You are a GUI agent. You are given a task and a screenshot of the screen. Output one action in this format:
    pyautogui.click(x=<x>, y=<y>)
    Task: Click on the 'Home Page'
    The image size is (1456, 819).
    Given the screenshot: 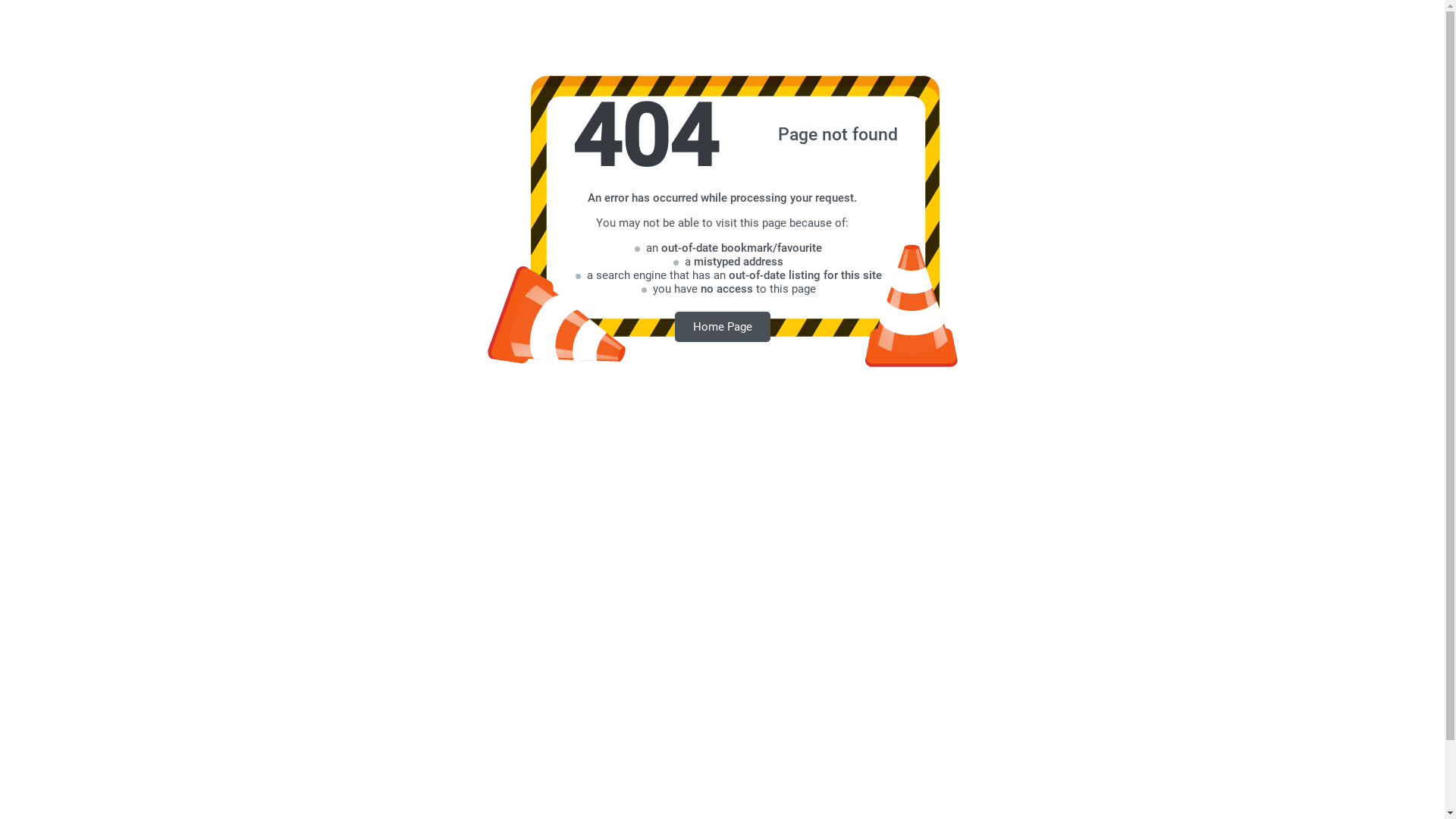 What is the action you would take?
    pyautogui.click(x=722, y=325)
    